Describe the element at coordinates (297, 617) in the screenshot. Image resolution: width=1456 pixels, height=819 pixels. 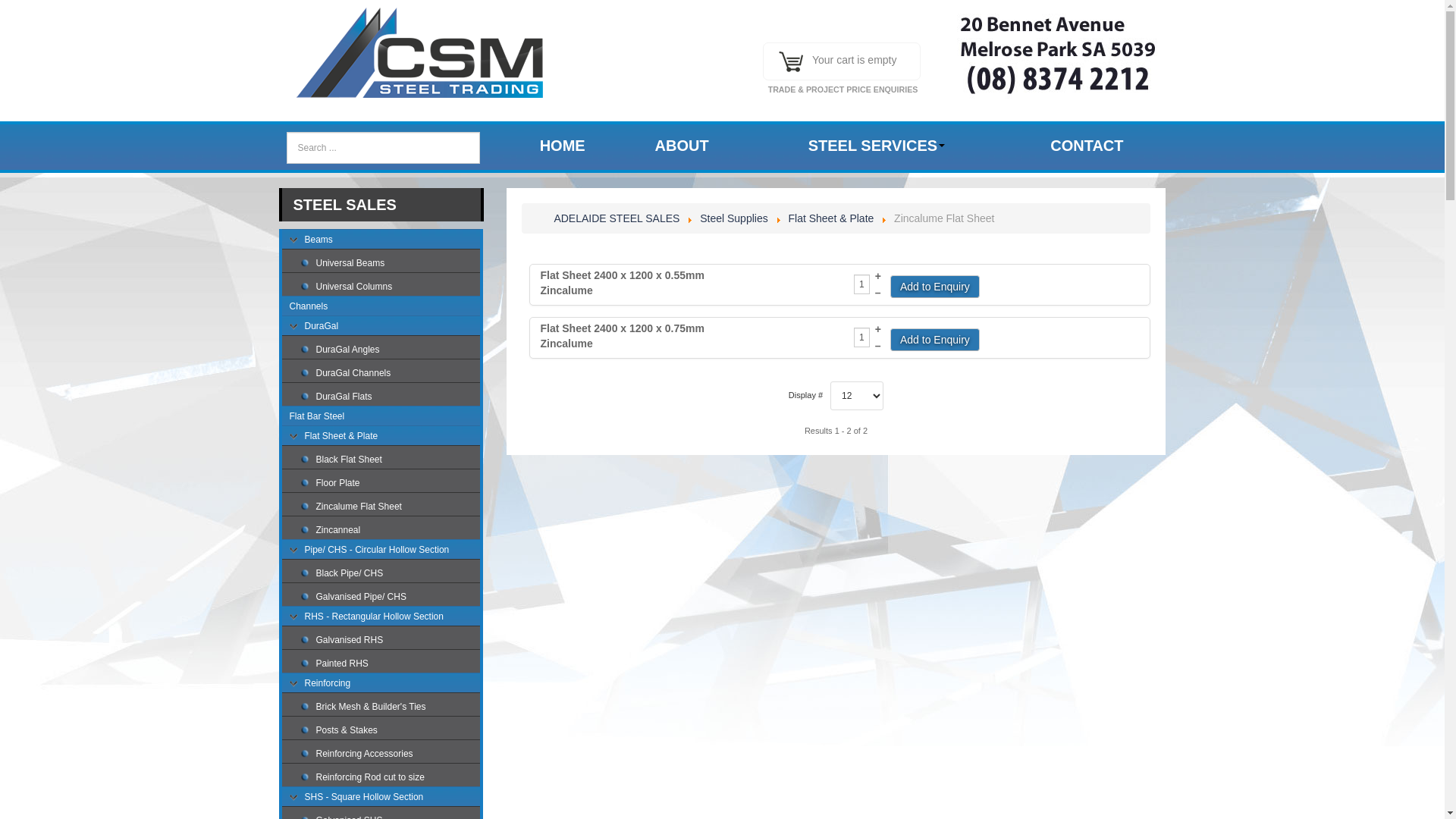
I see `'RHS - Rectangular Hollow Section'` at that location.